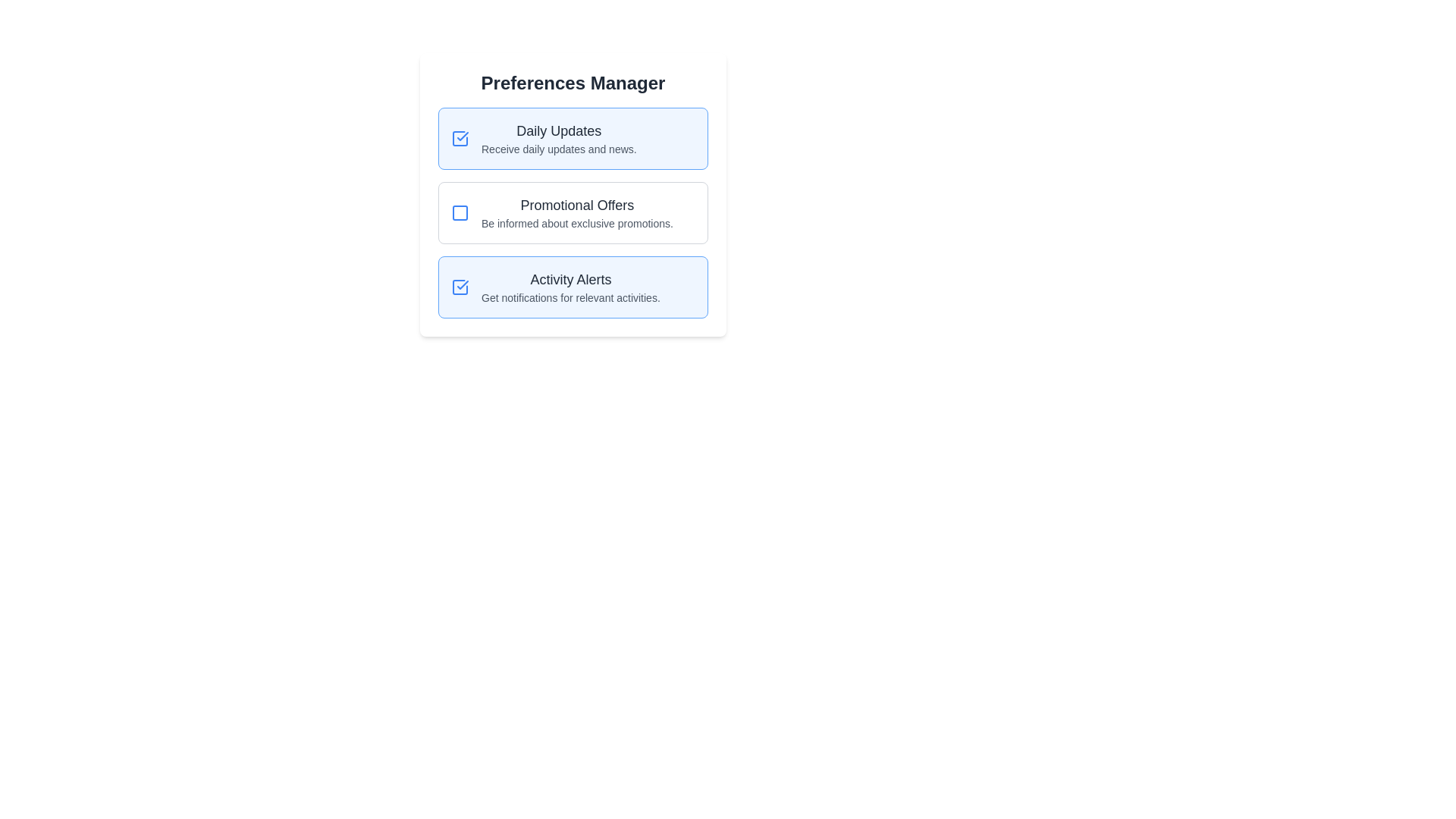 The image size is (1456, 819). I want to click on information displayed in the text label with a title and description located in the lower section of the 'Preferences Manager' list, specifically the third item after 'Daily Updates' and 'Promotional Offers', so click(570, 287).